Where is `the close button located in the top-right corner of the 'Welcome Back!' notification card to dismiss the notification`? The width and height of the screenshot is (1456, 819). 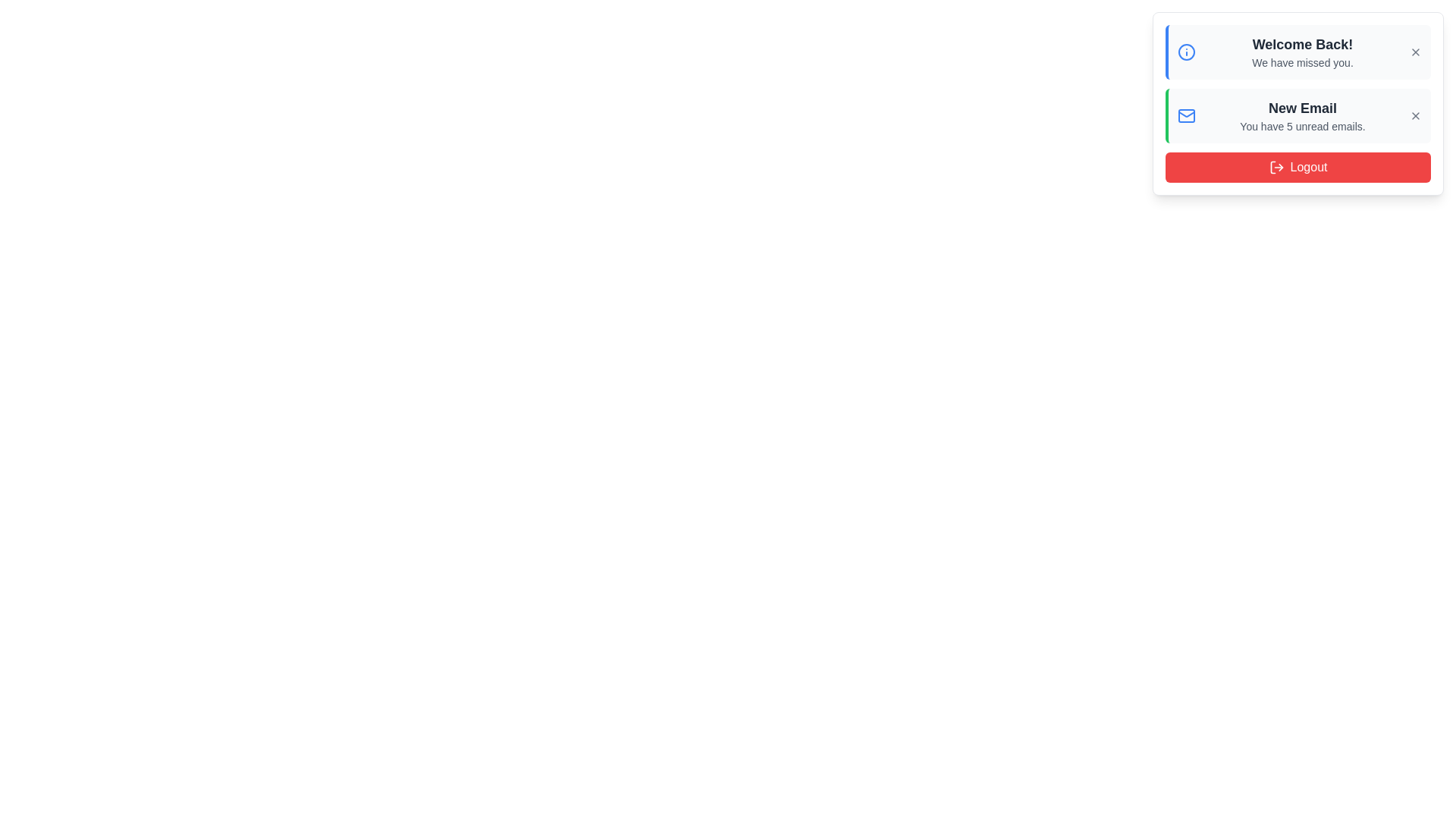
the close button located in the top-right corner of the 'Welcome Back!' notification card to dismiss the notification is located at coordinates (1415, 52).